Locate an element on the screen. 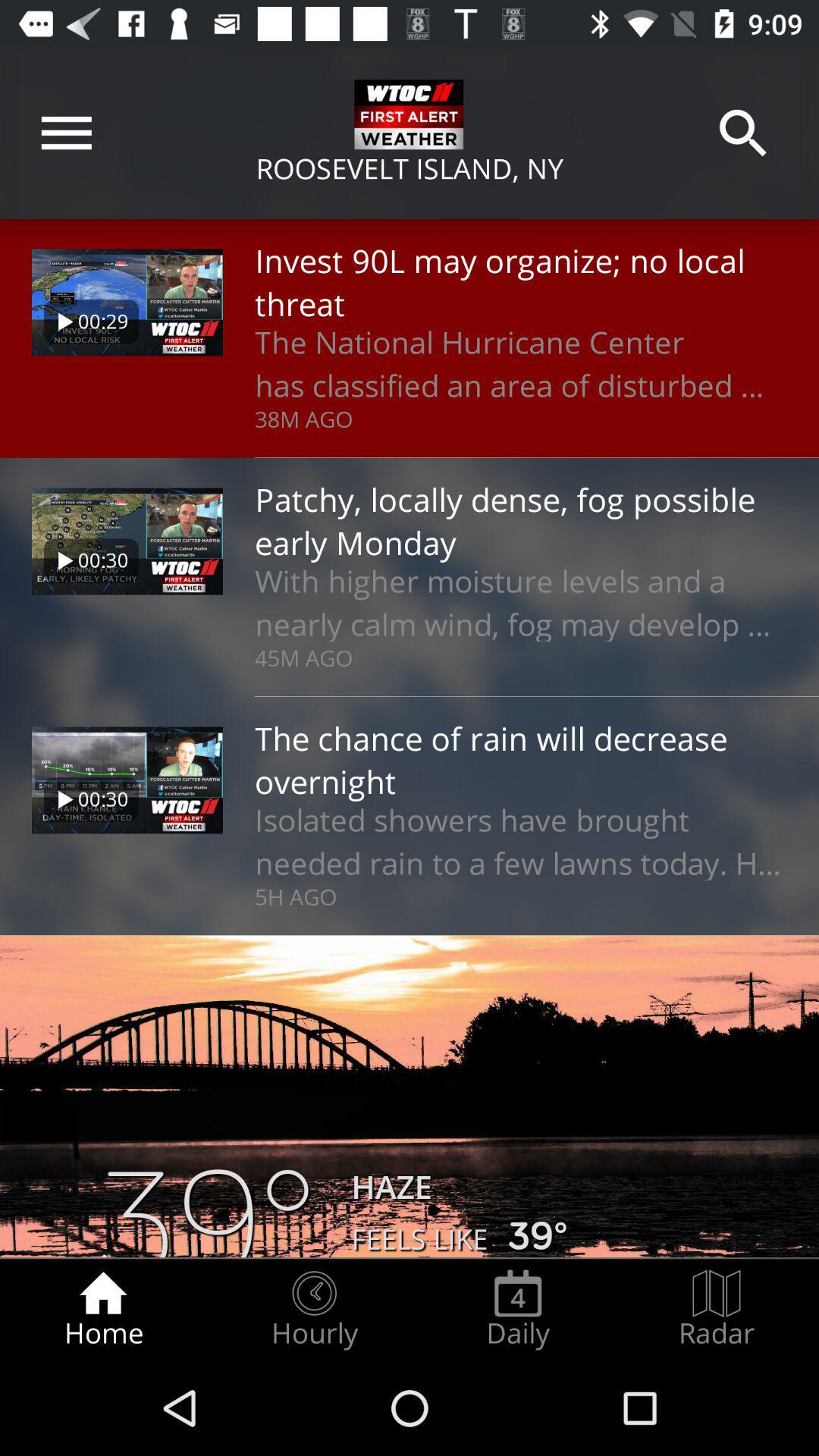  the radio button to the right of the hourly is located at coordinates (517, 1309).